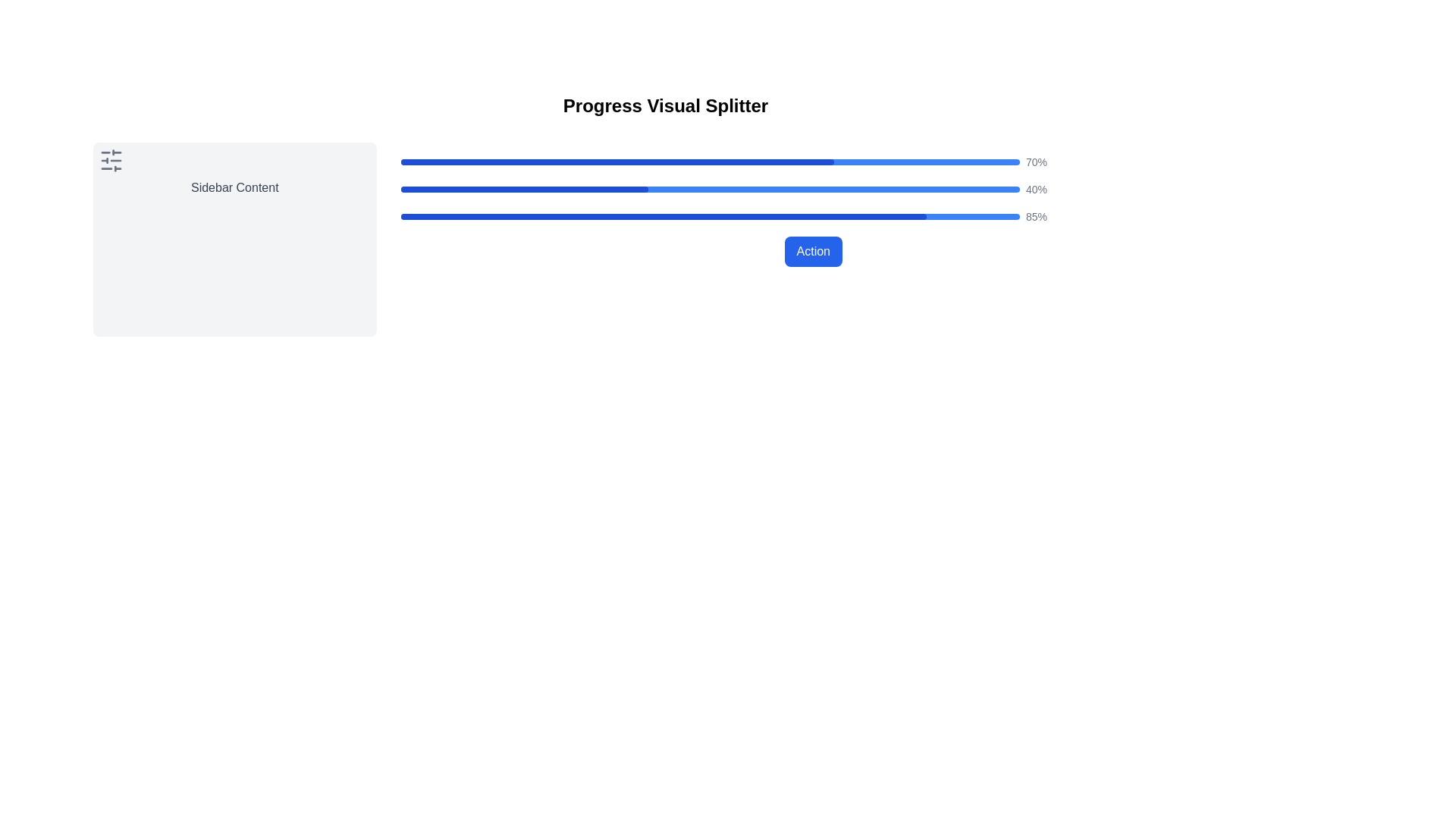 The height and width of the screenshot is (819, 1456). I want to click on the settings adjustment icon located in the upper-left corner of the sidebar section labeled 'Sidebar Content', so click(111, 161).